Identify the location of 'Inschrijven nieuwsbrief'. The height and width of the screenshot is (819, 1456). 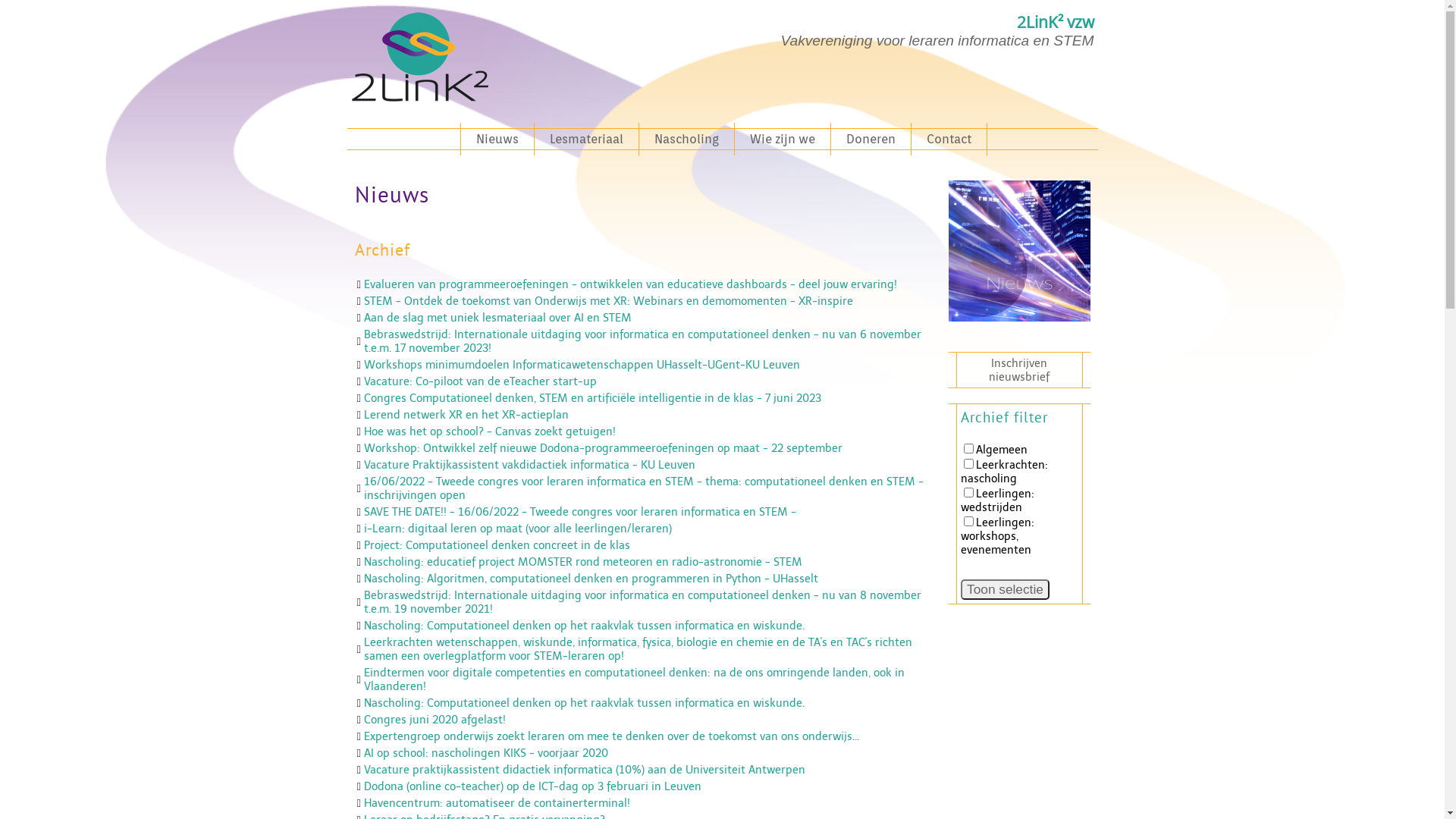
(1019, 370).